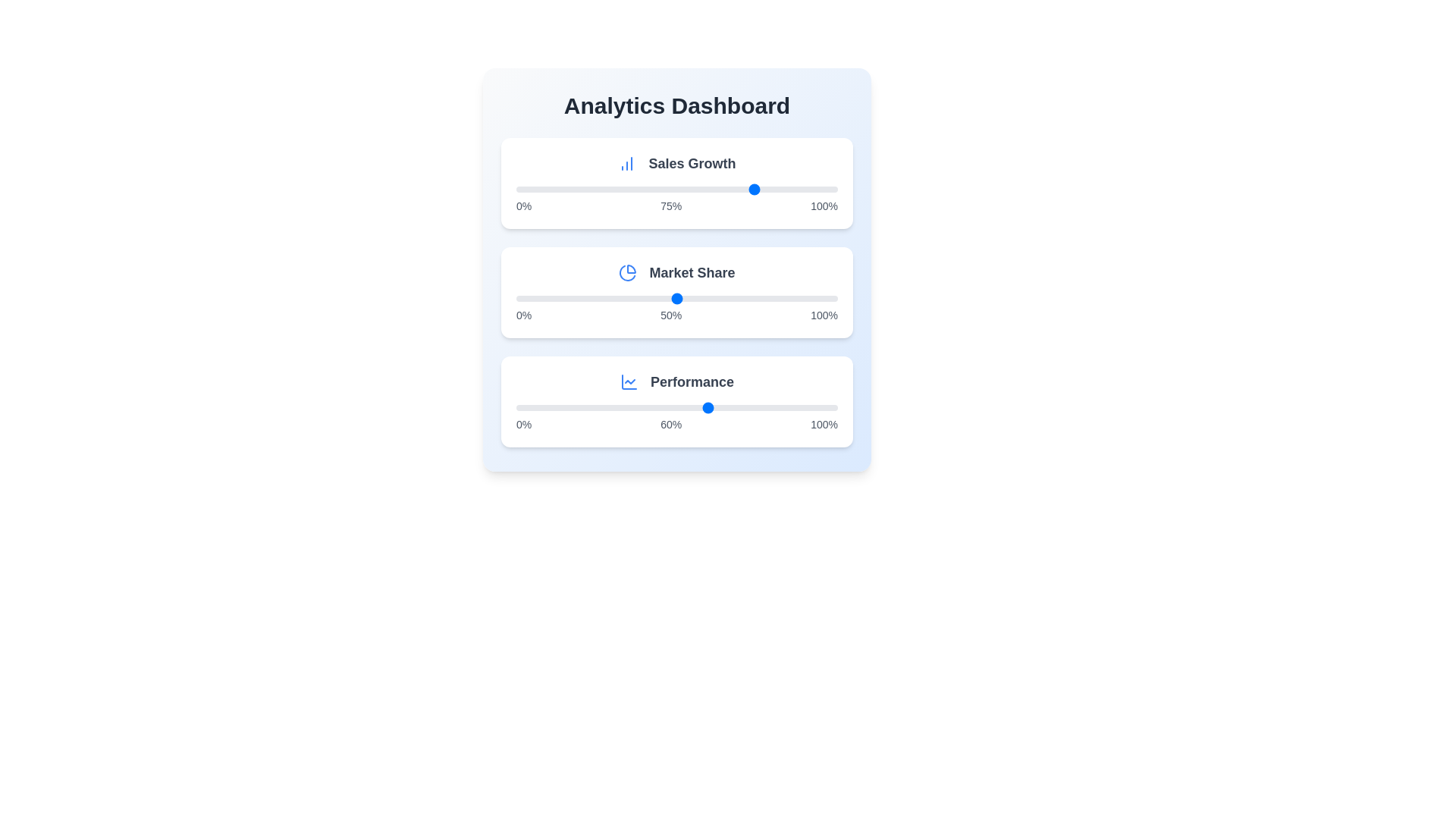 Image resolution: width=1456 pixels, height=819 pixels. What do you see at coordinates (805, 298) in the screenshot?
I see `the slider for 'Market Share' to set its value to 90` at bounding box center [805, 298].